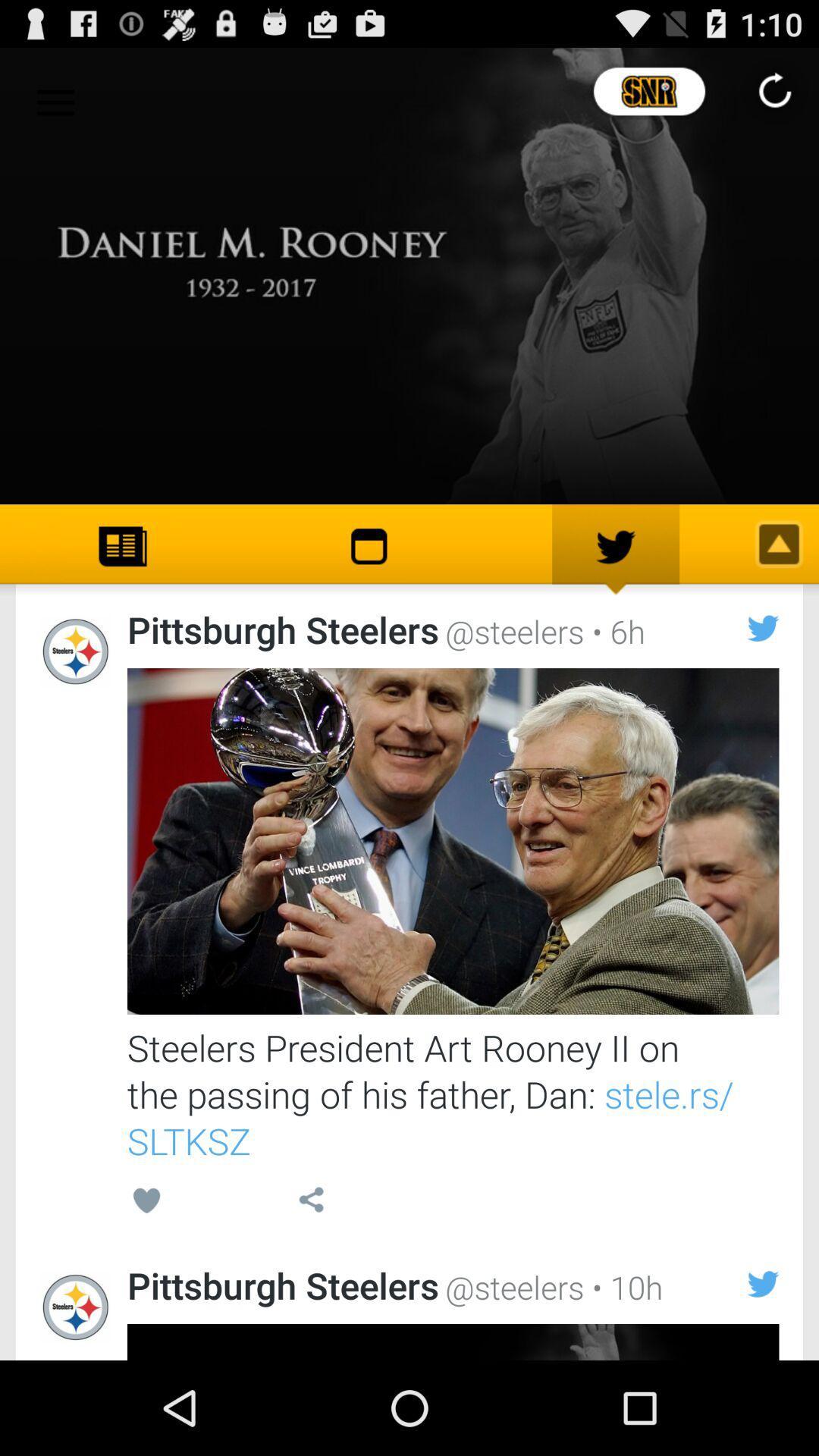  I want to click on open post, so click(452, 840).